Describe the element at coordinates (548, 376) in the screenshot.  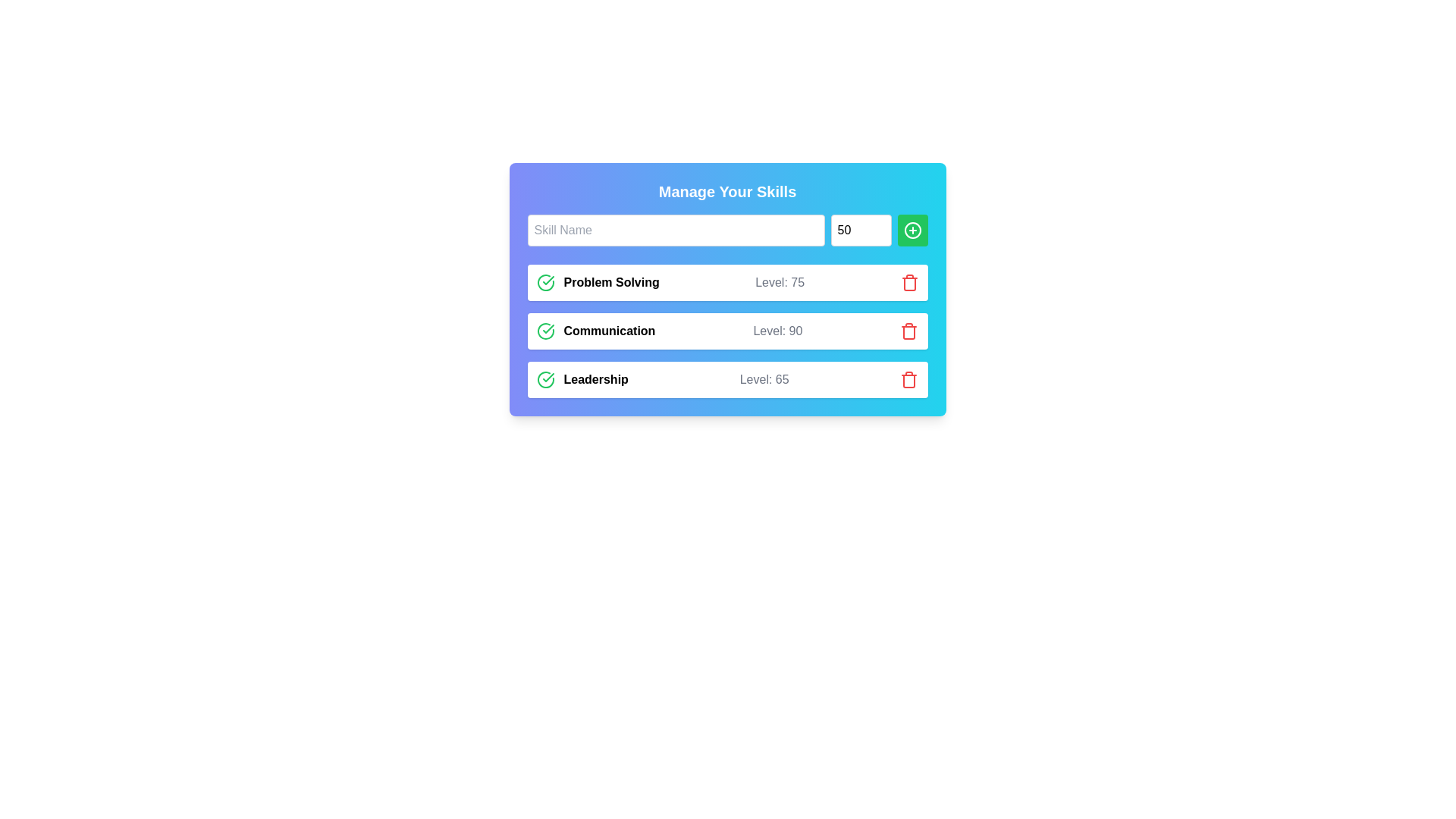
I see `the status of the smaller checkmark icon positioned diagonally upward to the right within the green checkmark icon for skill items` at that location.